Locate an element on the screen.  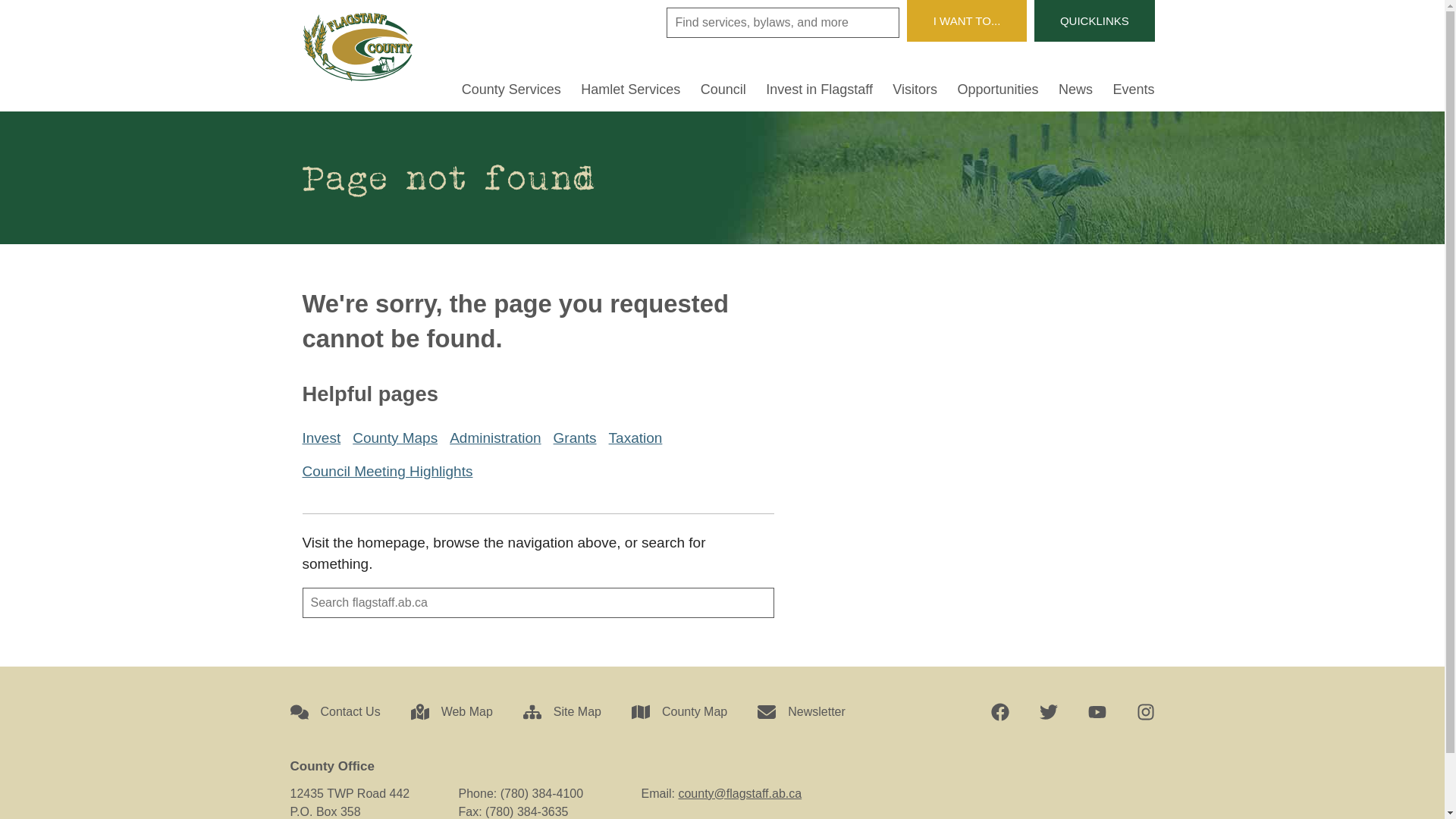
'Newsletter' is located at coordinates (800, 711).